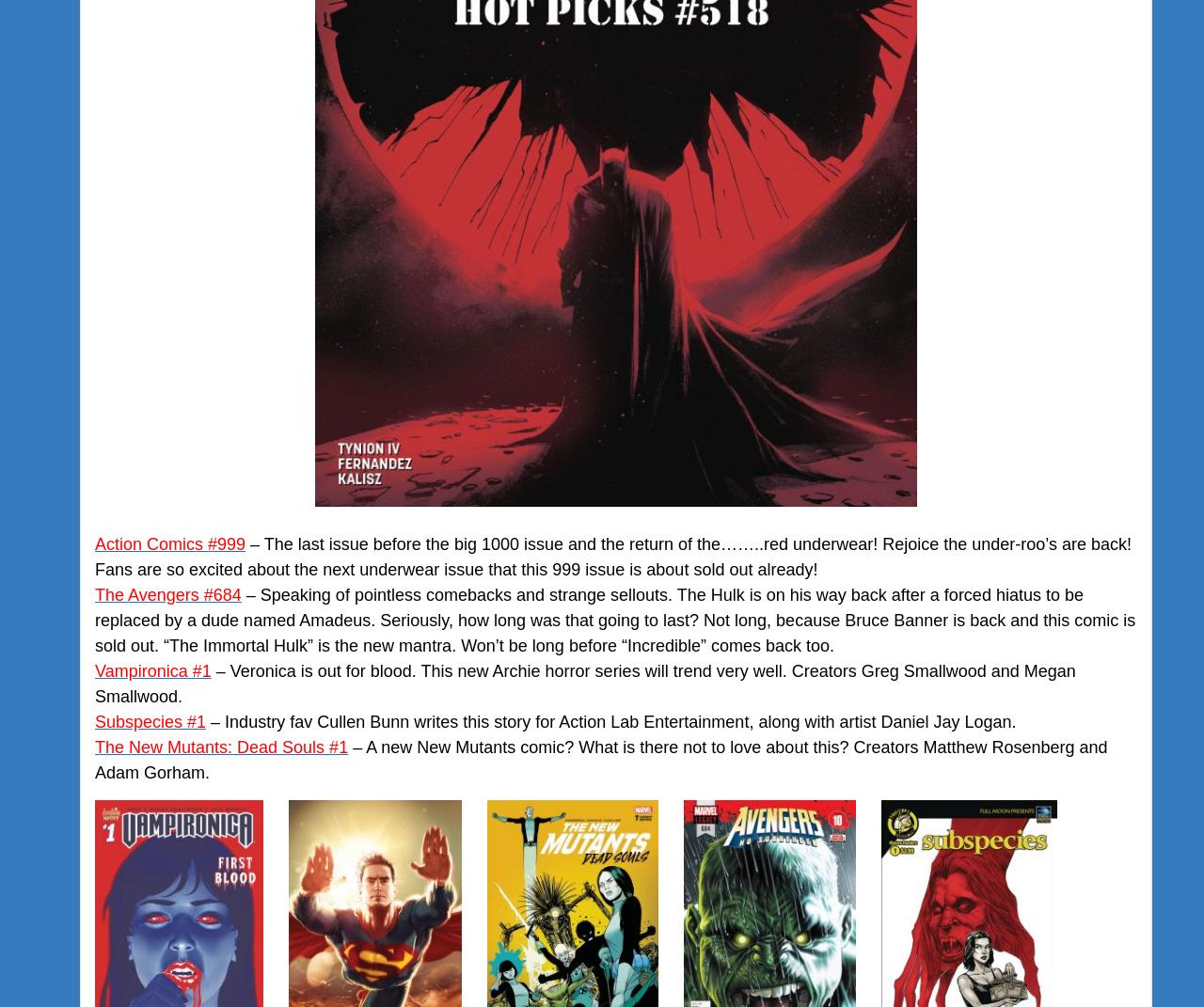 The image size is (1204, 1007). I want to click on 'Subspecies #1', so click(150, 721).